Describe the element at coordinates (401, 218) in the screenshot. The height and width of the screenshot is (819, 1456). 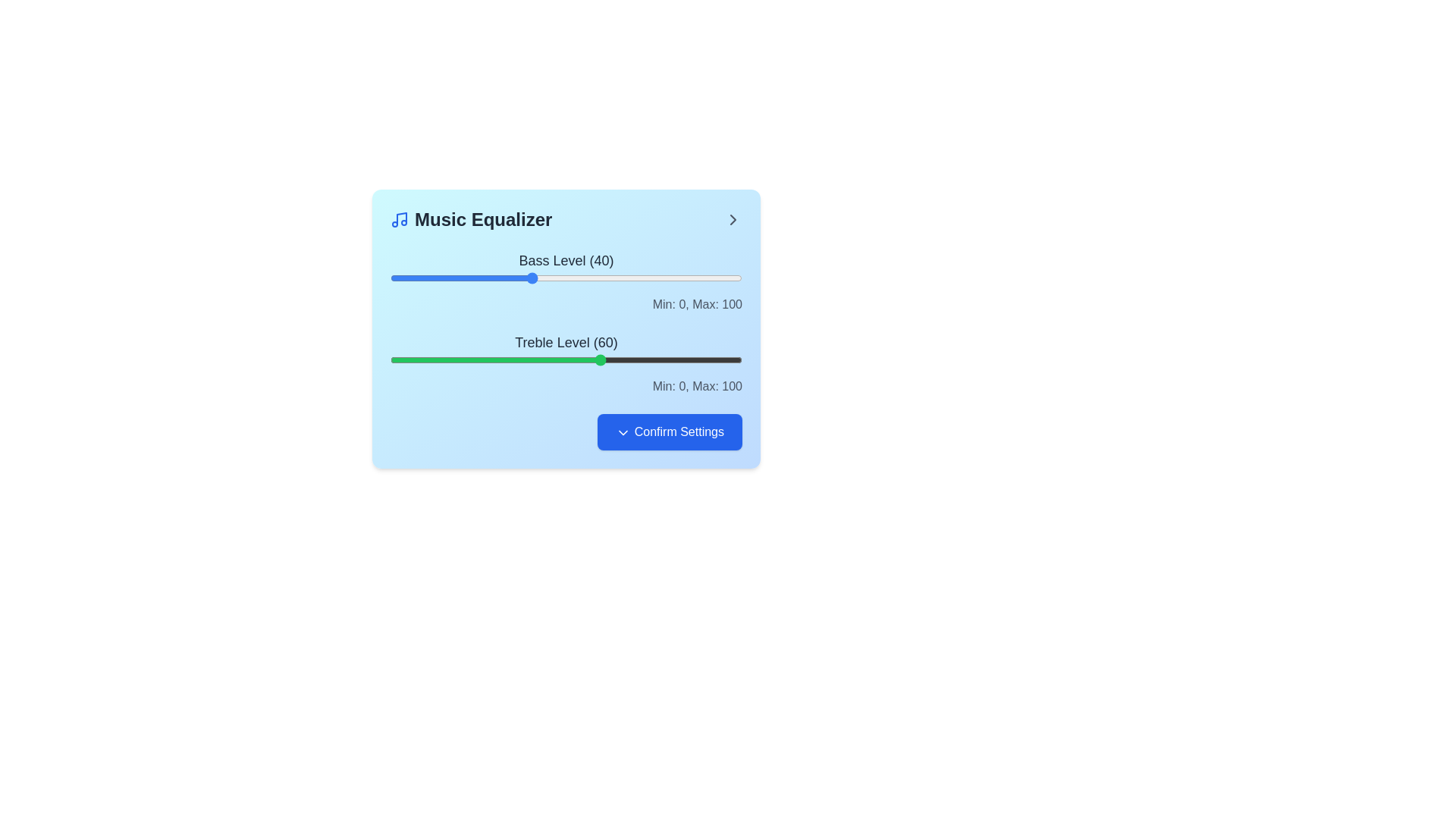
I see `the vertical line resembling a musical note stem within the 'Music Equalizer' header section` at that location.